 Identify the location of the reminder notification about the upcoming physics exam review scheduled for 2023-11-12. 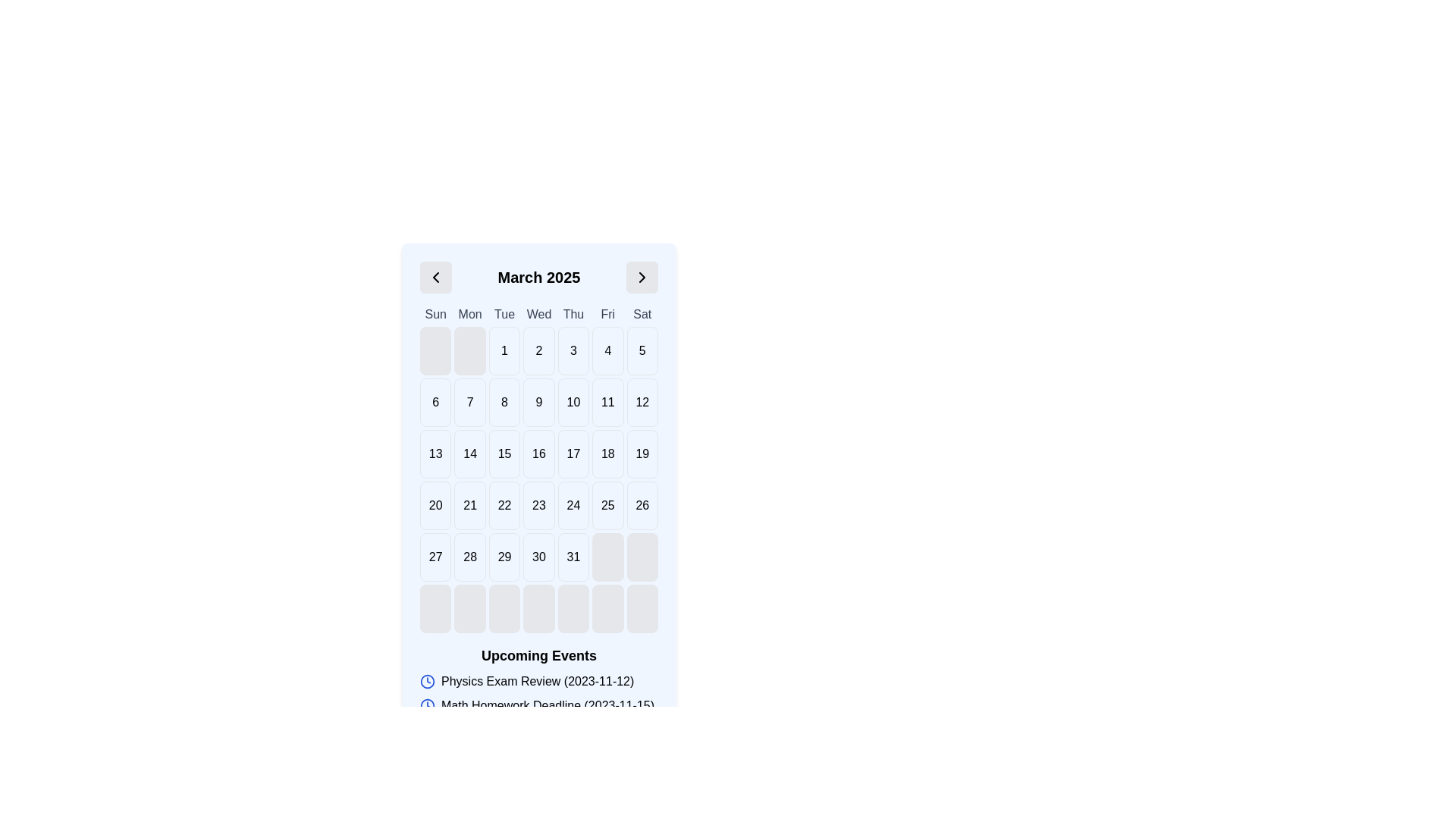
(538, 680).